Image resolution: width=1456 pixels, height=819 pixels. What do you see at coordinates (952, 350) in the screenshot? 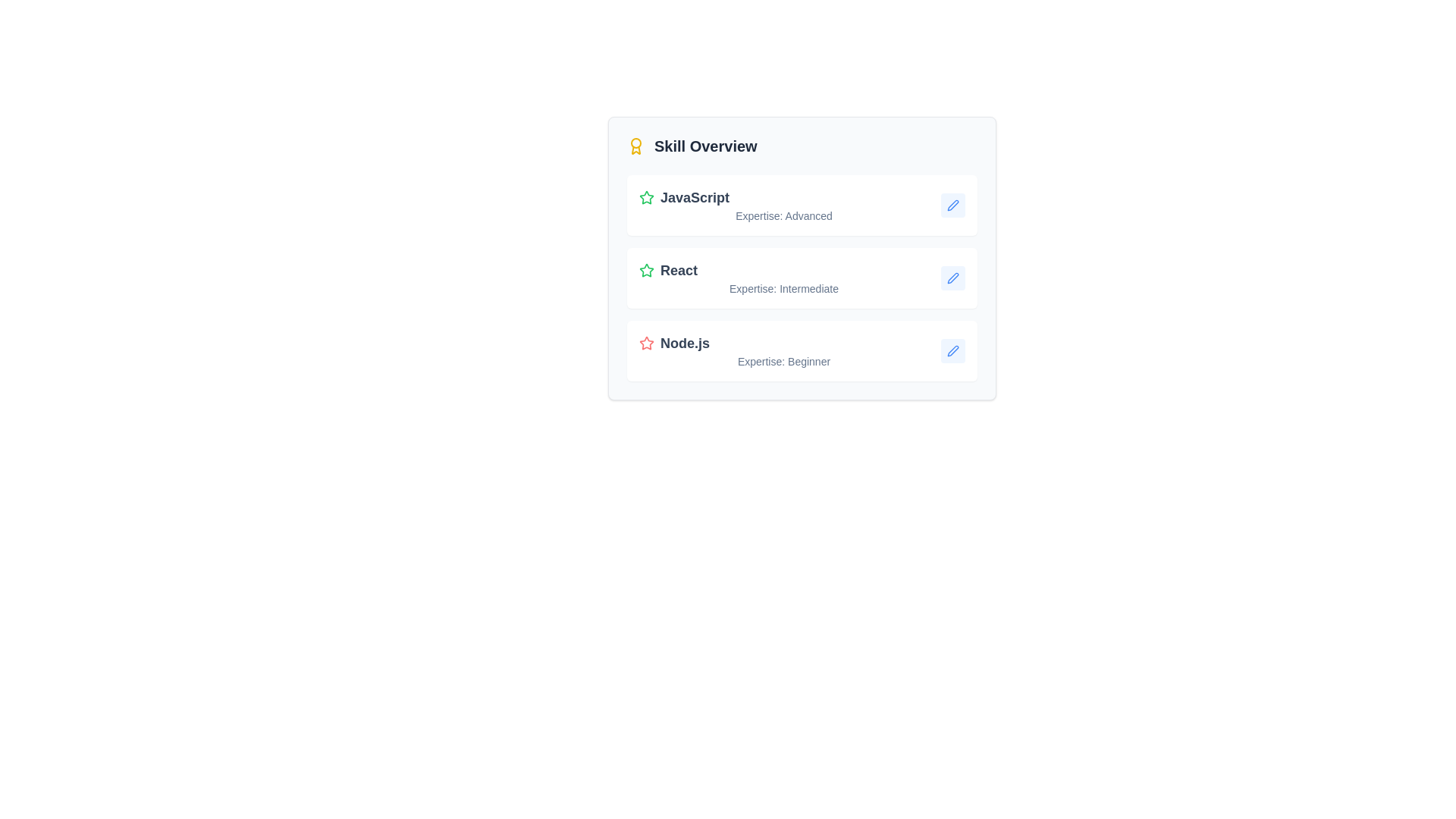
I see `the pen icon located at the bottom-right of the 'Node.js' skill card to initiate editing` at bounding box center [952, 350].